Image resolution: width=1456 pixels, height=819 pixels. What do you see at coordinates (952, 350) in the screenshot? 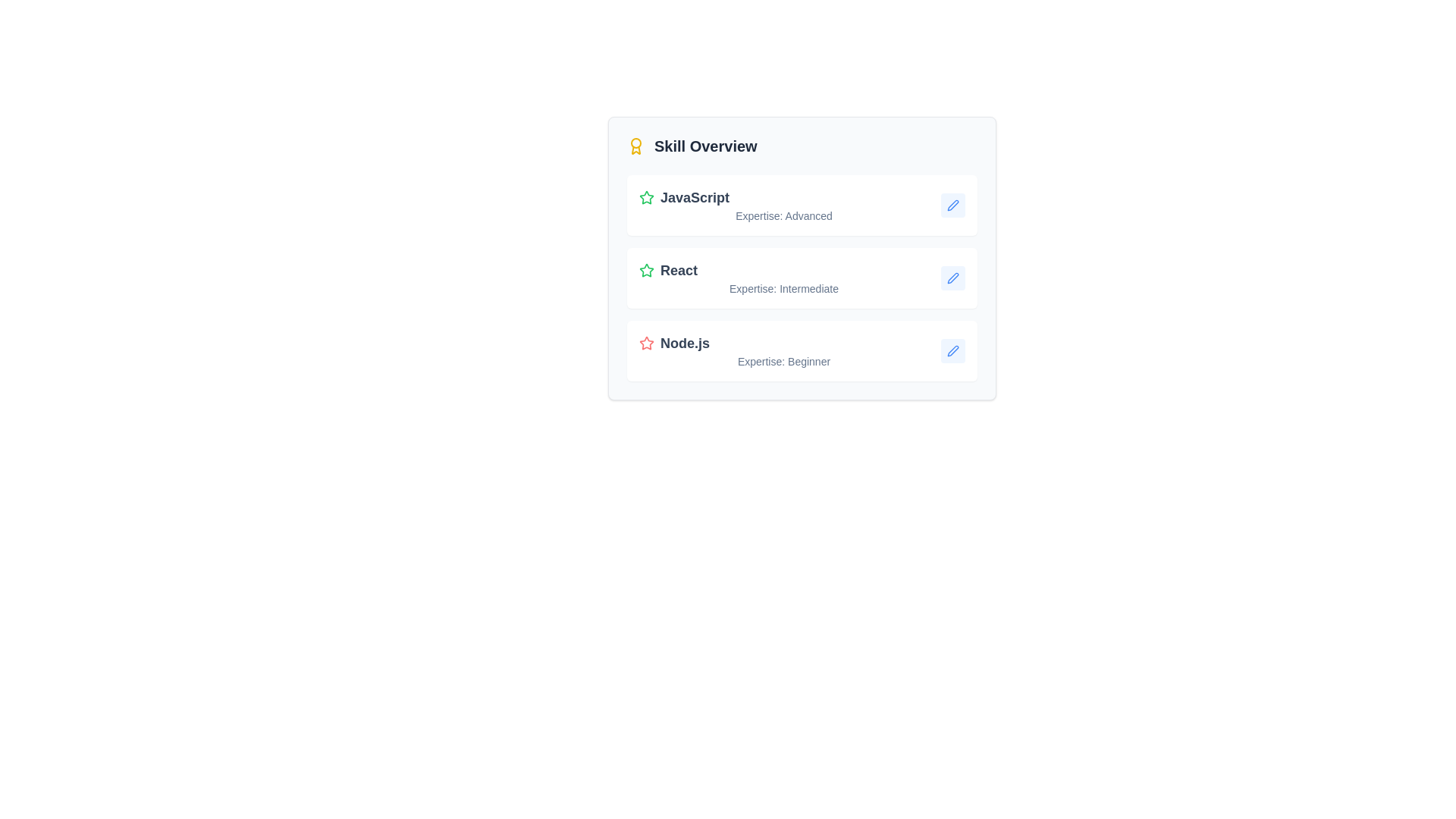
I see `the pen icon located at the bottom-right of the 'Node.js' skill card to initiate editing` at bounding box center [952, 350].